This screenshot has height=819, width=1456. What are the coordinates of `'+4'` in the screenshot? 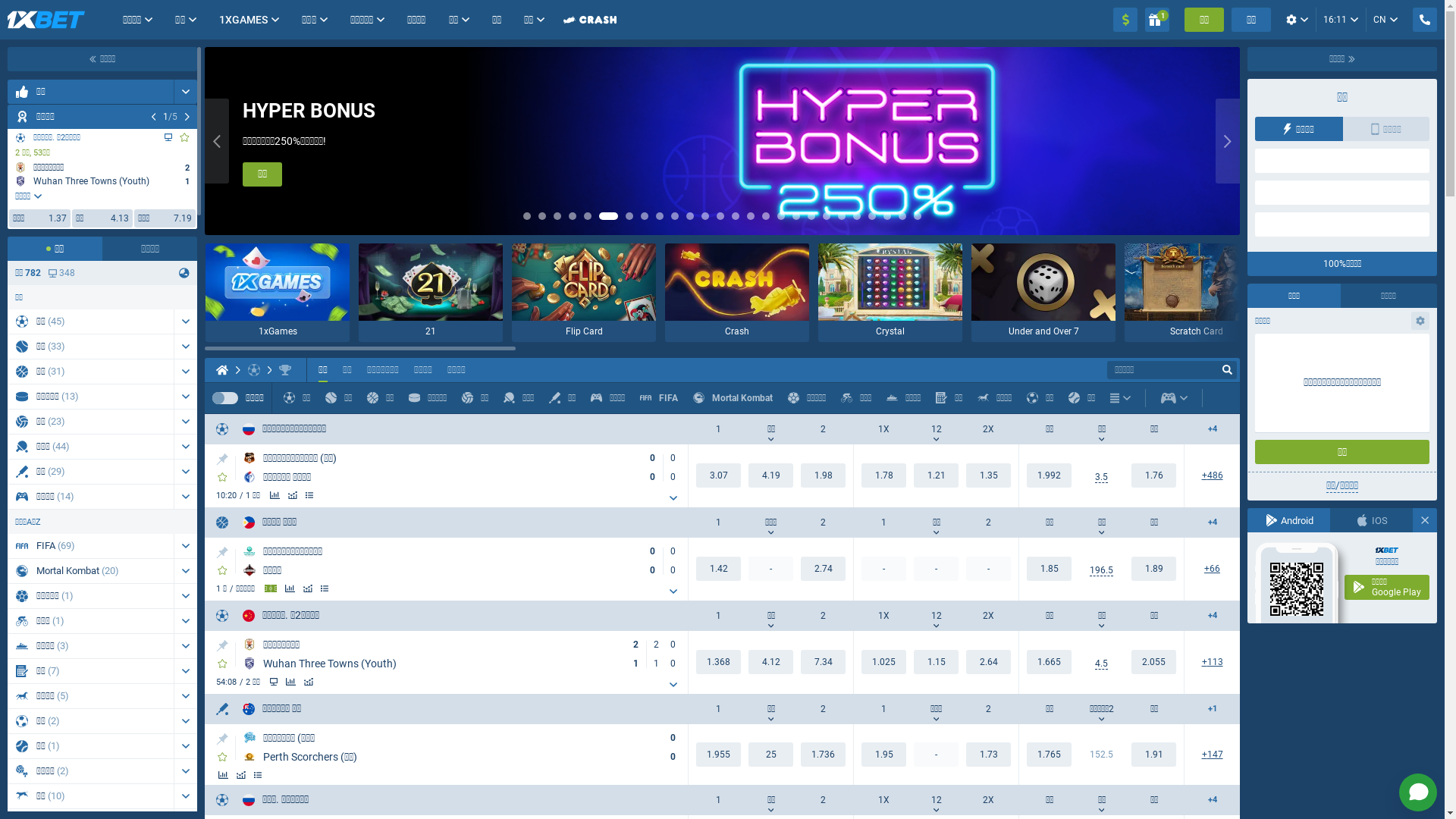 It's located at (1211, 429).